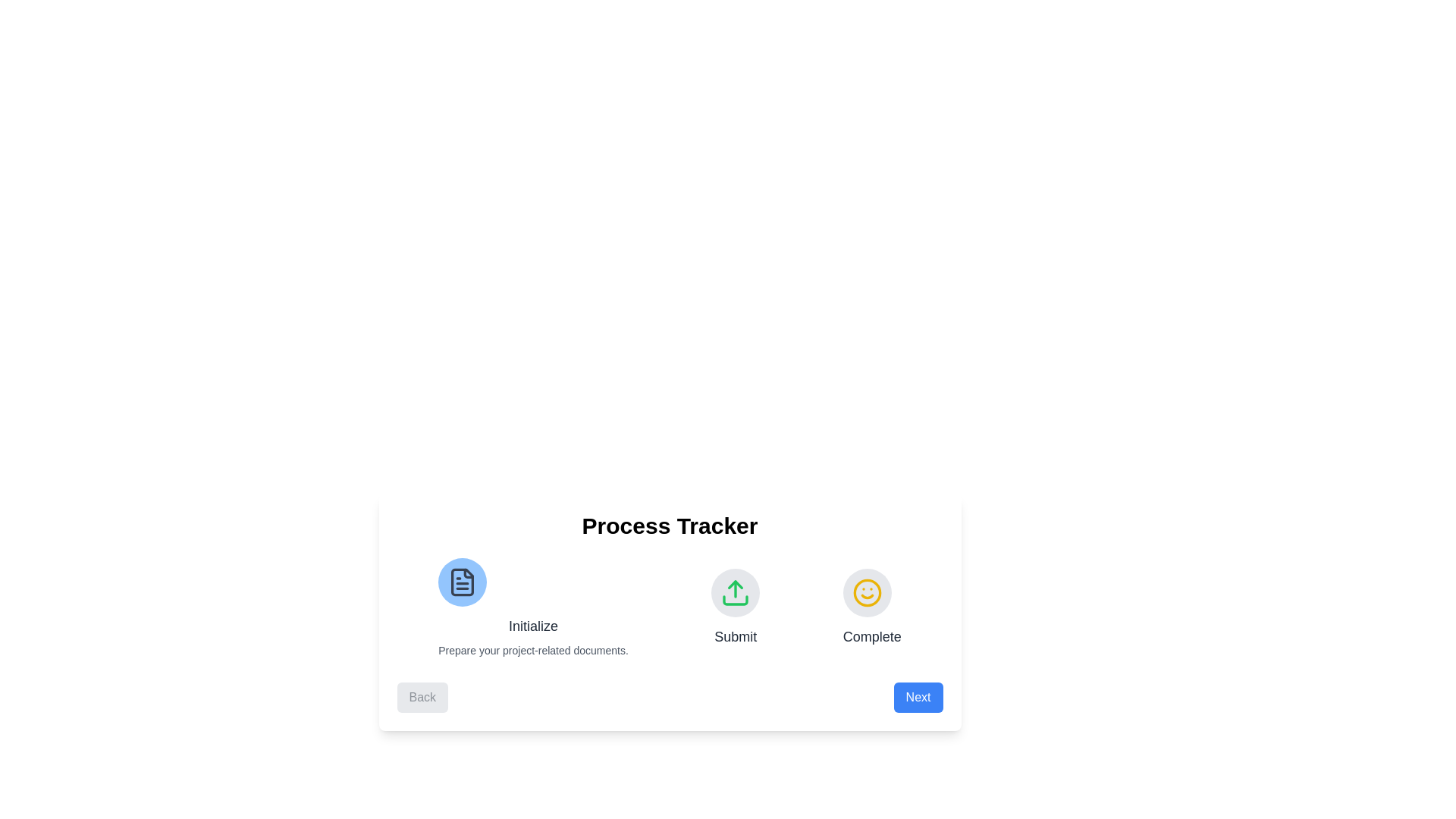  I want to click on 'Next' button to advance to the next step, so click(918, 698).